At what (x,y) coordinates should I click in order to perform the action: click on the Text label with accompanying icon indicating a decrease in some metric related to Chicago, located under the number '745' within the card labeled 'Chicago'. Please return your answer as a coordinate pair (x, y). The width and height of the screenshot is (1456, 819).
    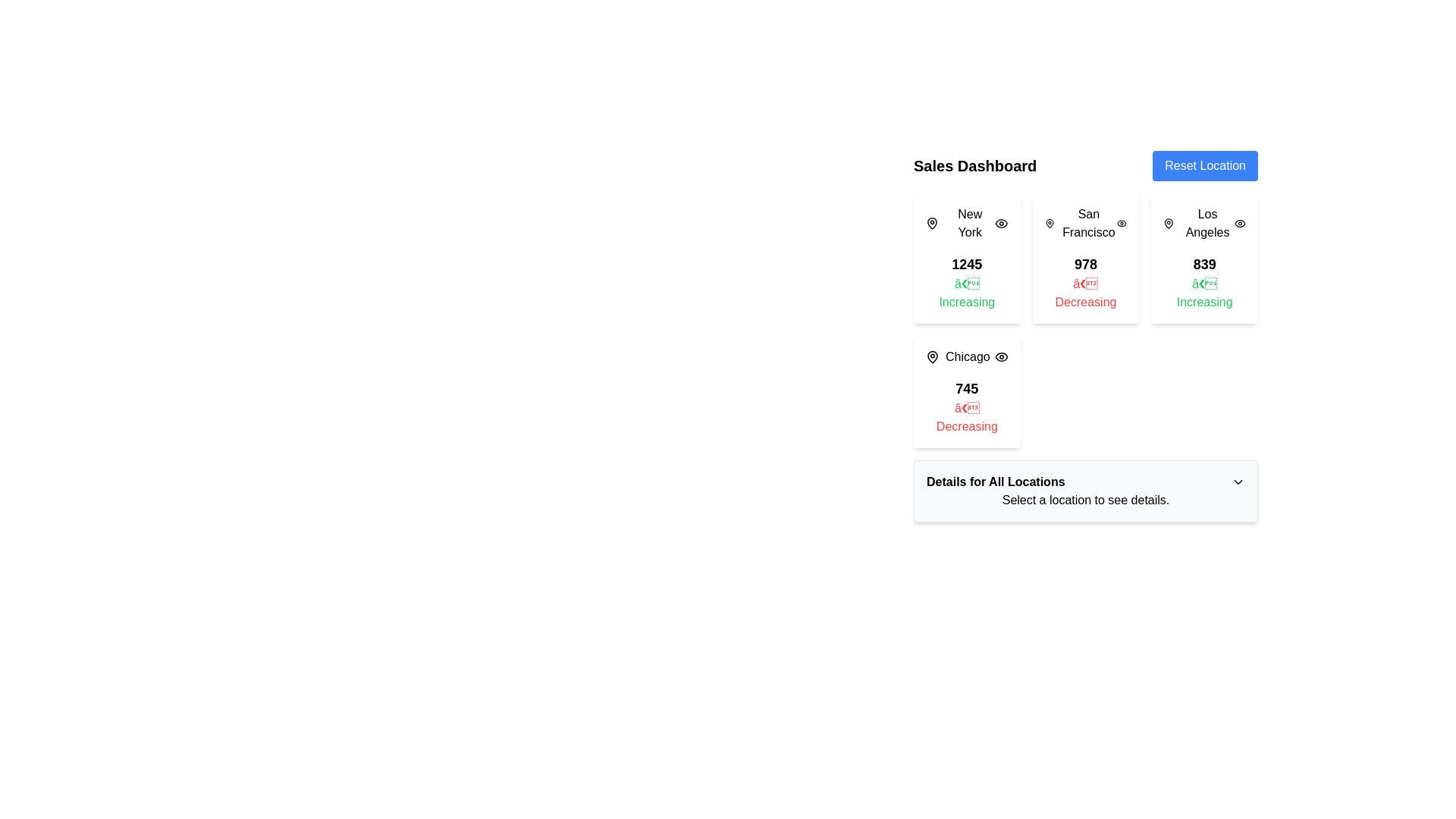
    Looking at the image, I should click on (966, 418).